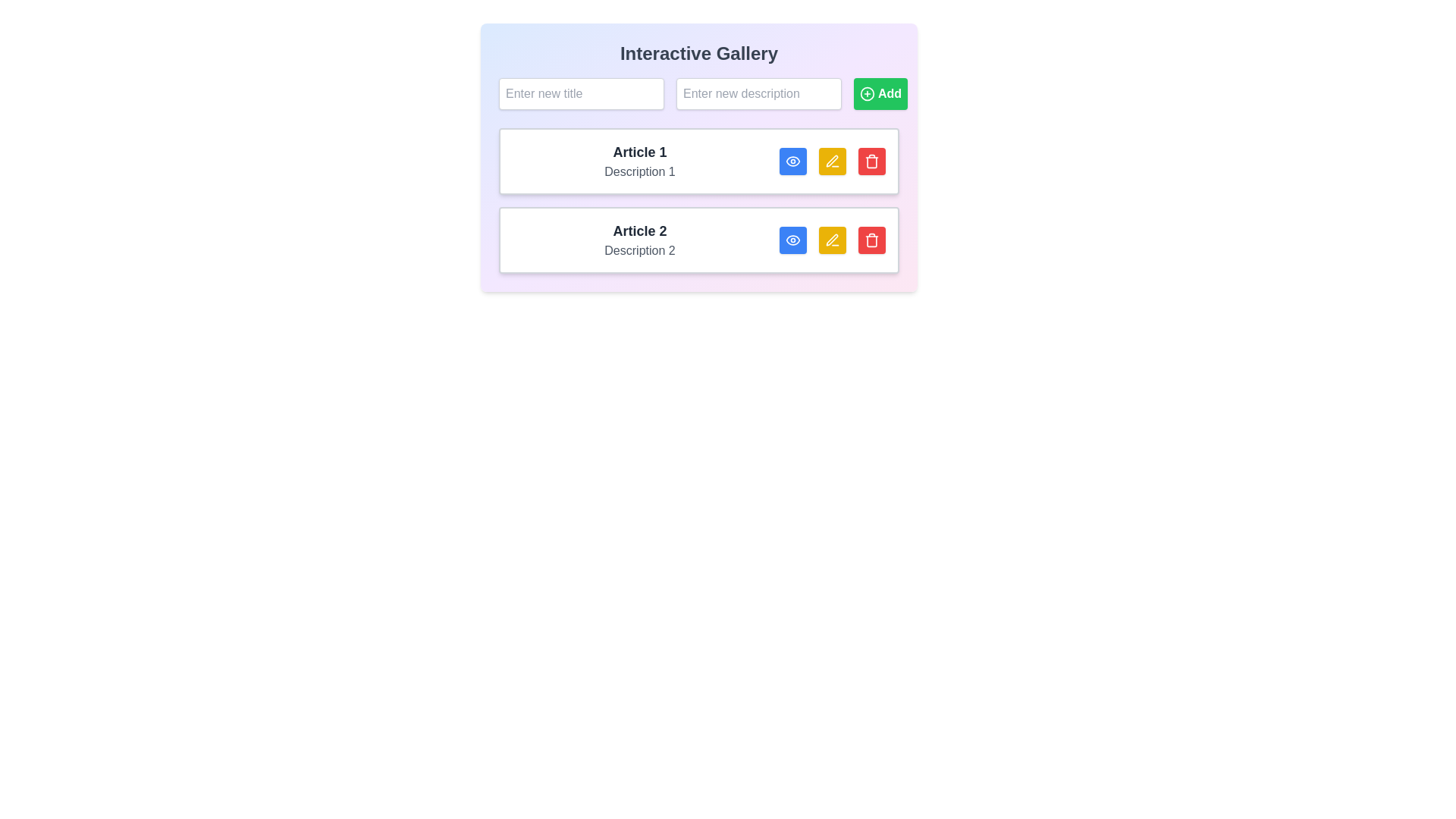 The image size is (1456, 819). Describe the element at coordinates (792, 239) in the screenshot. I see `the eye-shaped icon button with a blue background located in the second row of the interactive gallery to preview` at that location.